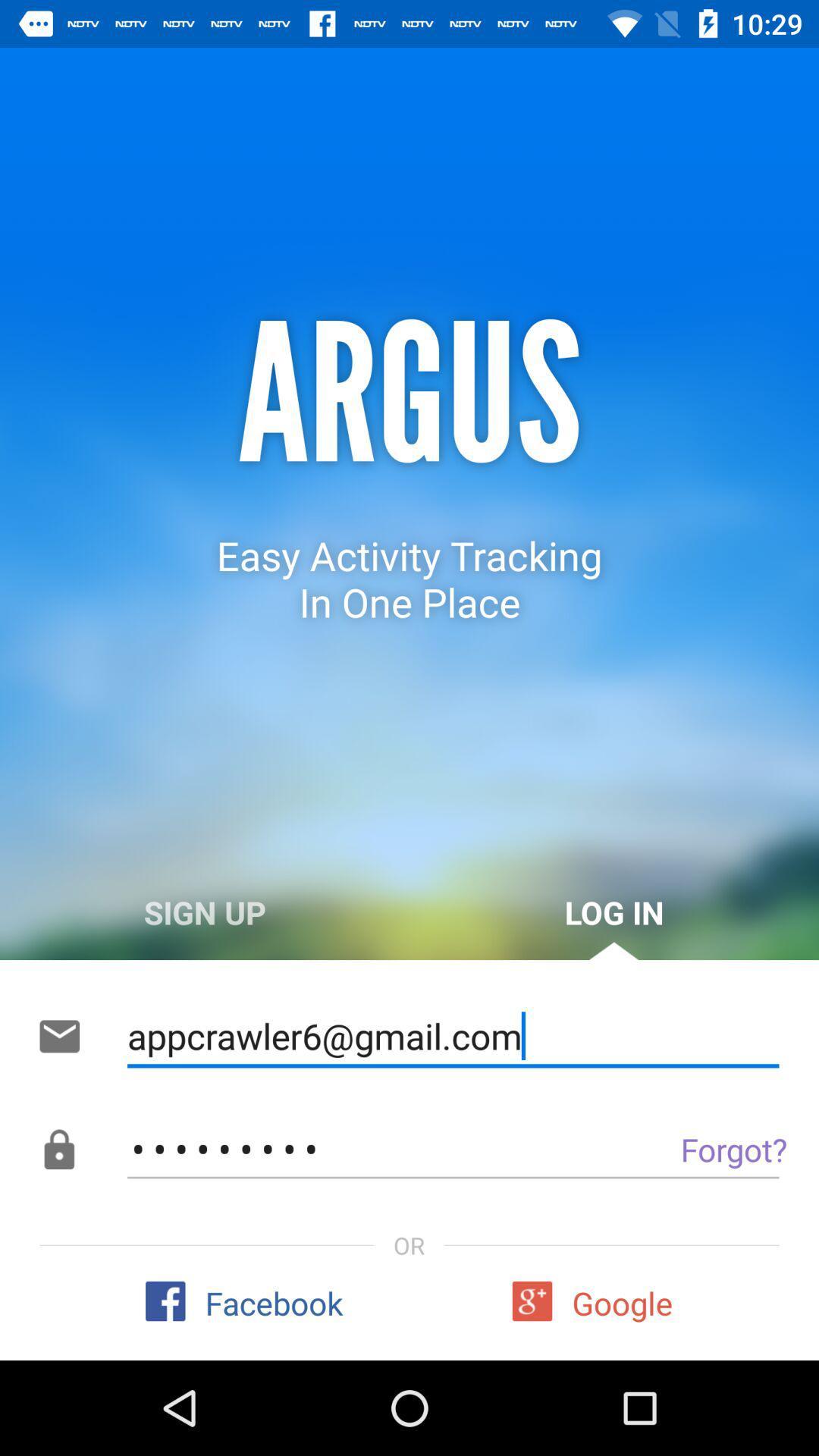 This screenshot has width=819, height=1456. What do you see at coordinates (614, 912) in the screenshot?
I see `item above appcrawler6@gmail.com` at bounding box center [614, 912].